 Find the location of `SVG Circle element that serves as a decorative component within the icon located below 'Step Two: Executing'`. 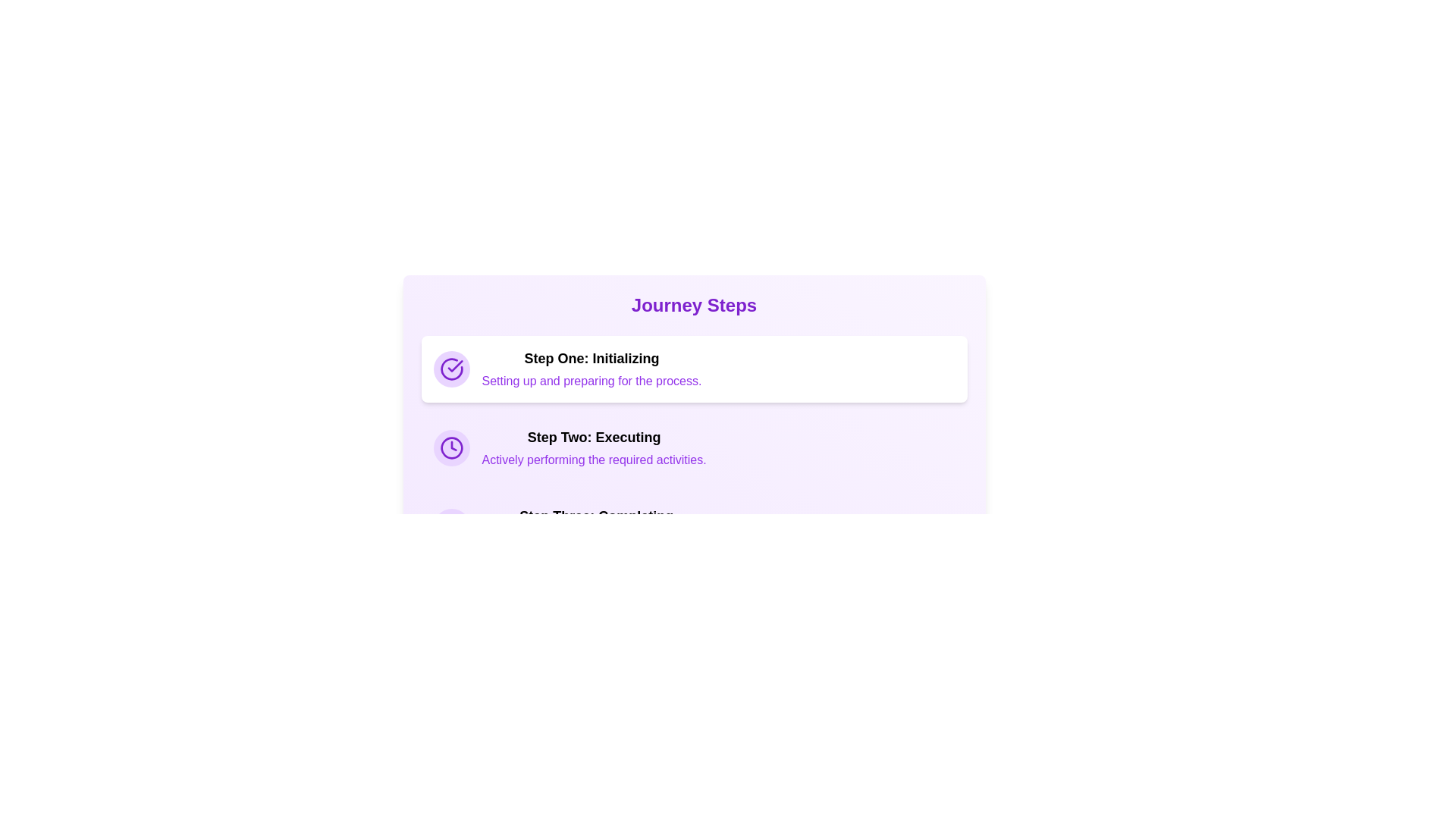

SVG Circle element that serves as a decorative component within the icon located below 'Step Two: Executing' is located at coordinates (450, 526).